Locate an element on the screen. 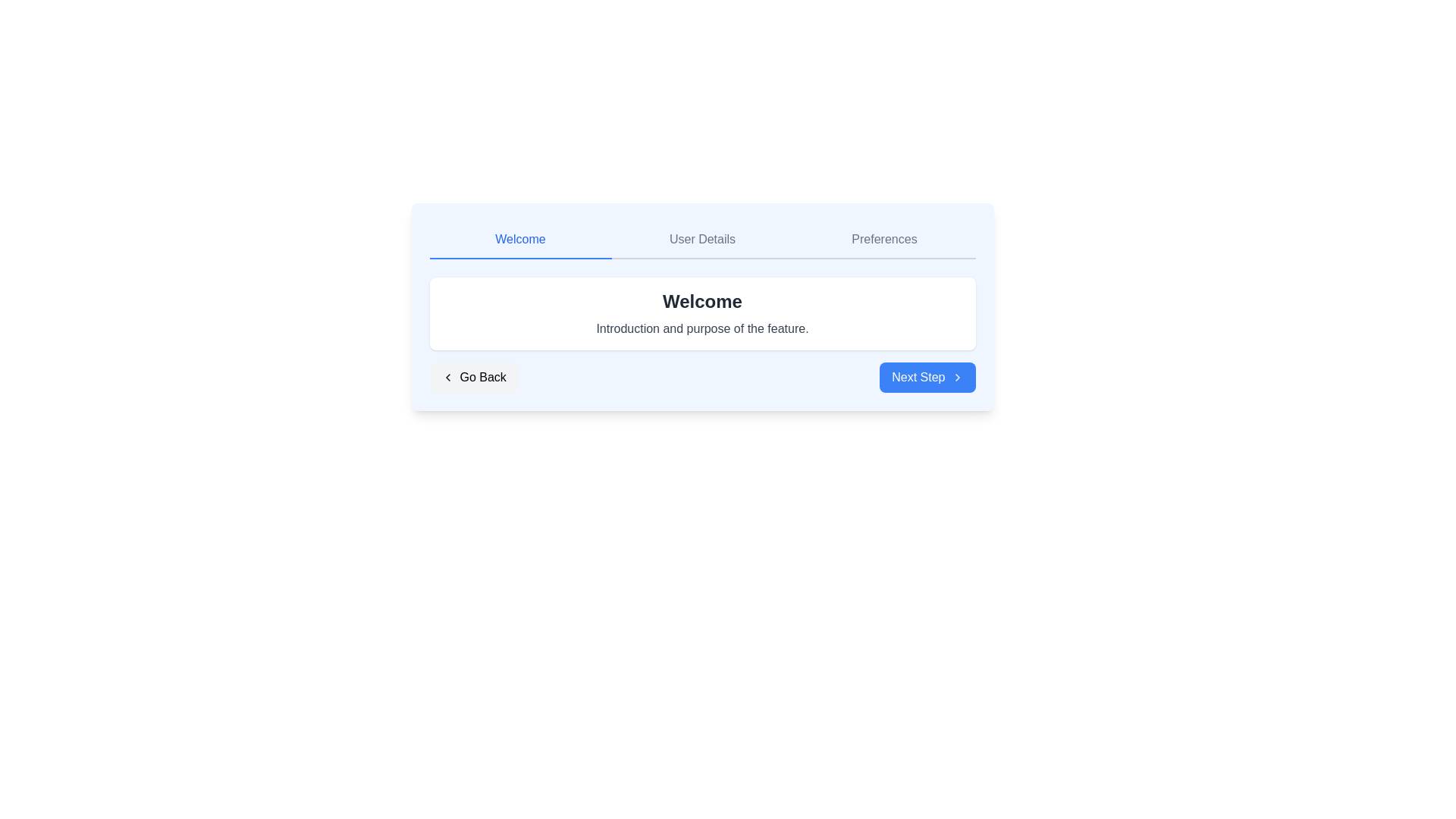 The image size is (1456, 819). the design of the distinct chevron icon located at the far right of the blue 'Next Step' button at the bottom-right corner of the content area is located at coordinates (956, 376).